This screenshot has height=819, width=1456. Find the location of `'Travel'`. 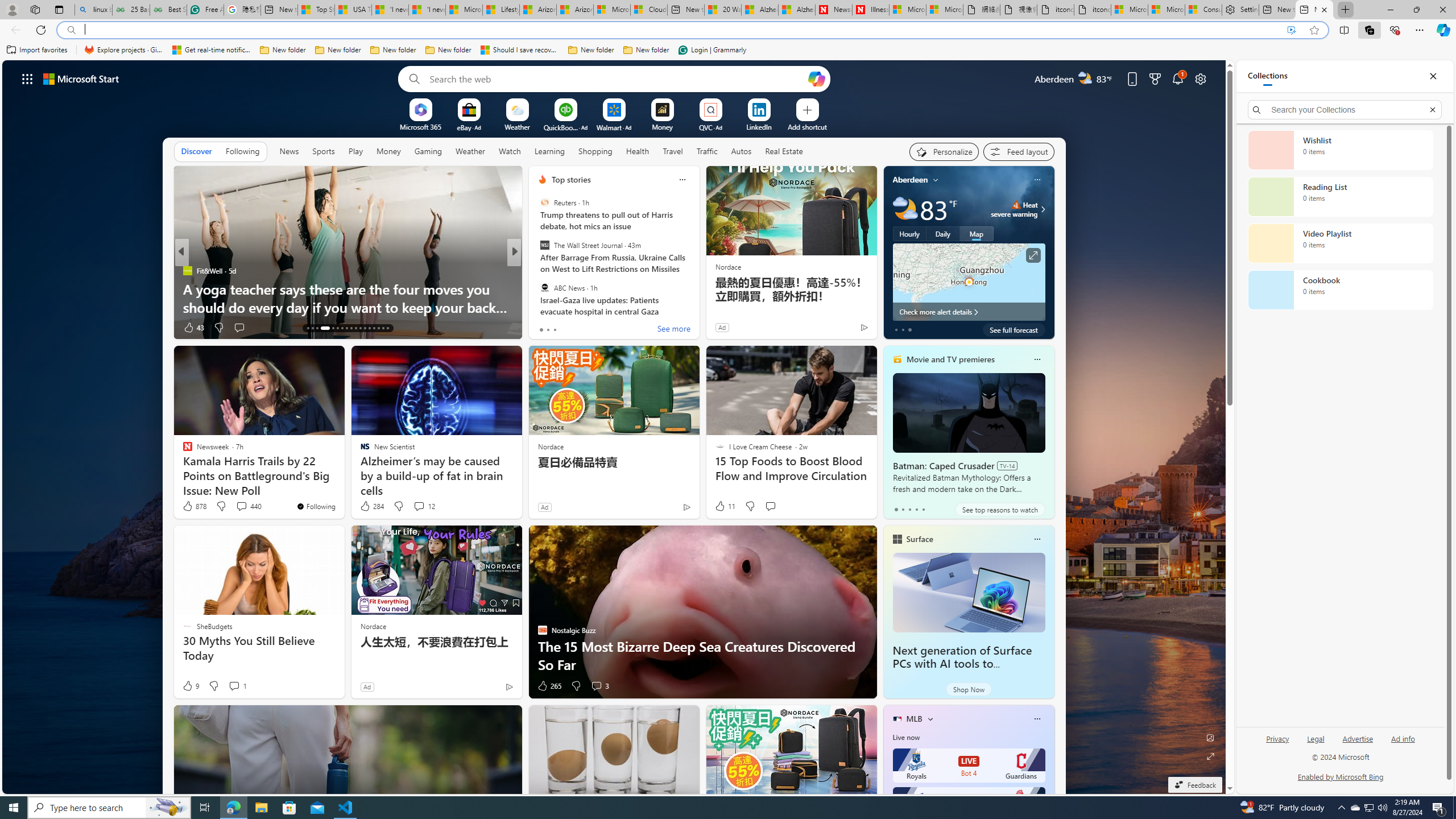

'Travel' is located at coordinates (672, 150).